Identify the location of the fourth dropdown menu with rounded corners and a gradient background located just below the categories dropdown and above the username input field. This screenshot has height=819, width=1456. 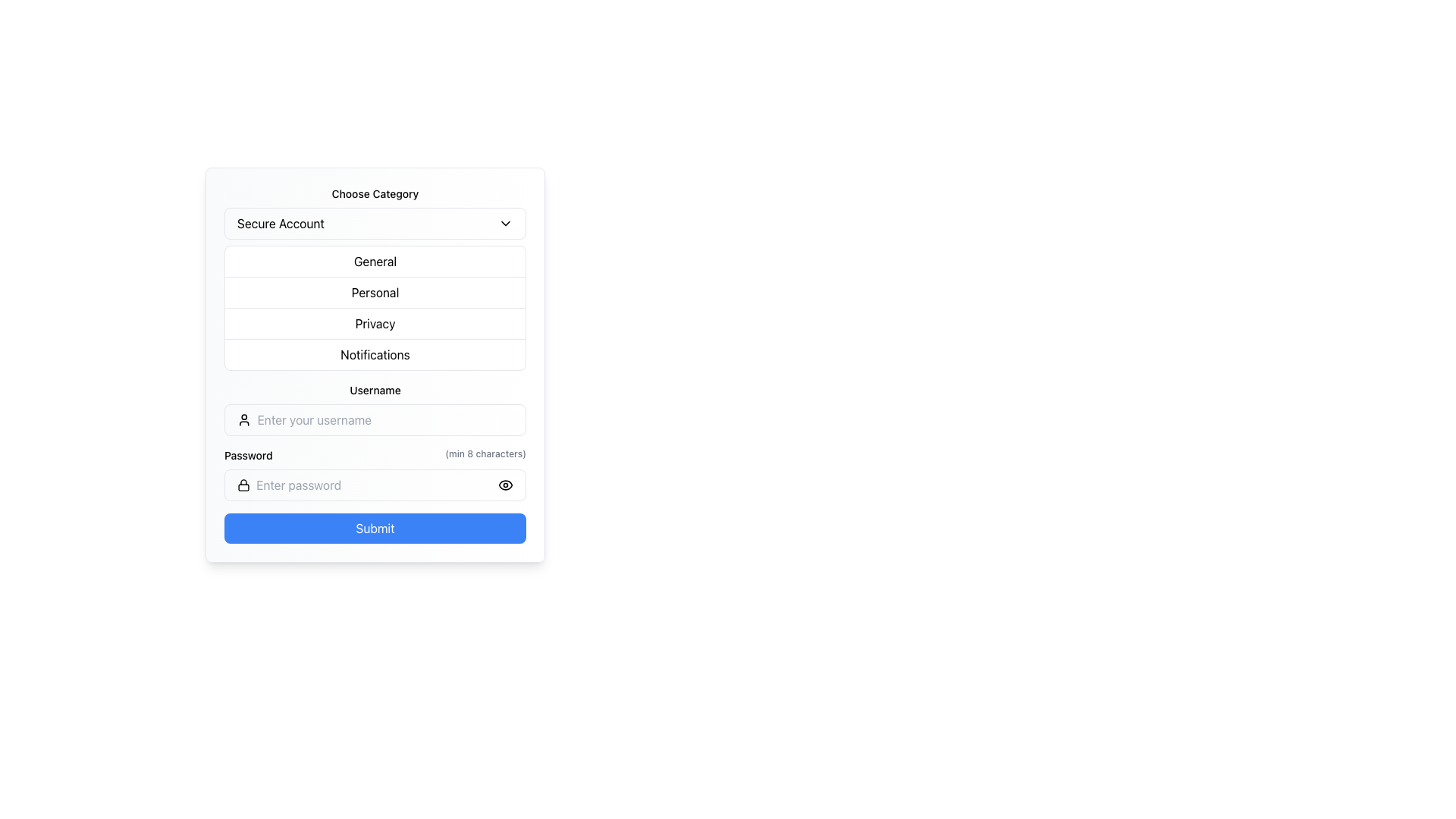
(375, 365).